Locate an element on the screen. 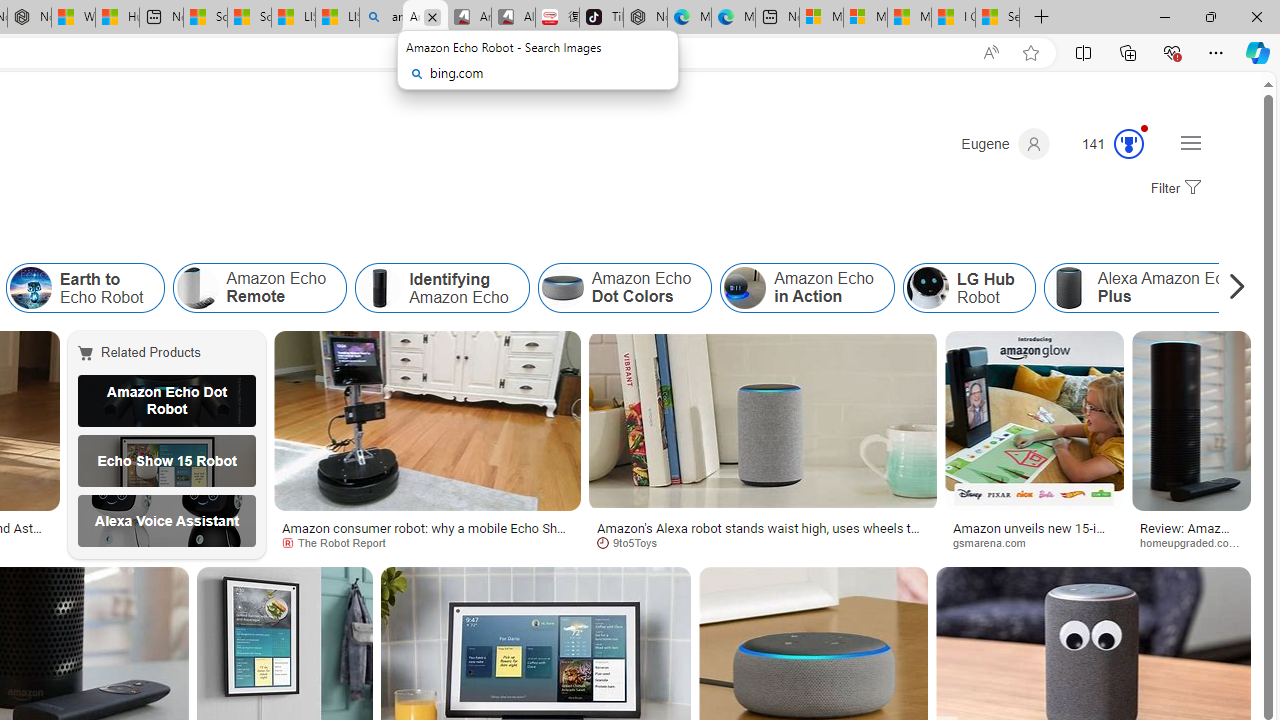 The width and height of the screenshot is (1280, 720). 'gsmarena.com' is located at coordinates (996, 542).